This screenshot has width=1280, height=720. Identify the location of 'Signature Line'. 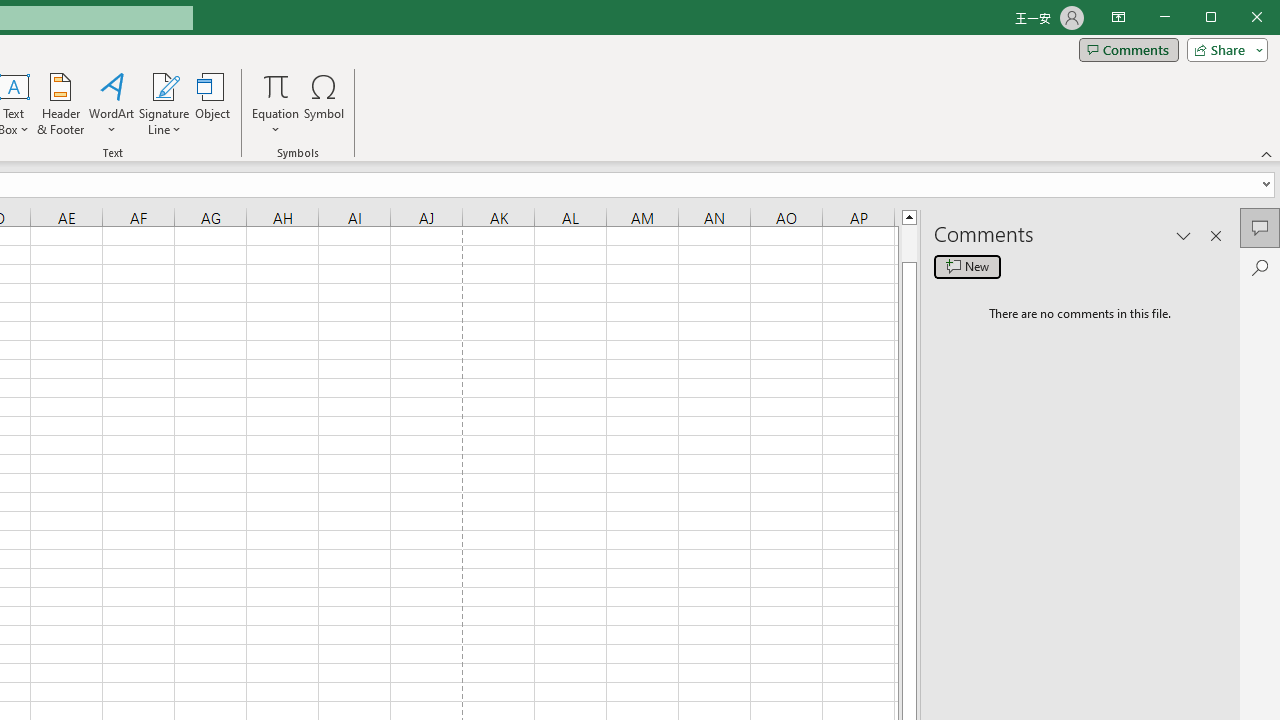
(164, 85).